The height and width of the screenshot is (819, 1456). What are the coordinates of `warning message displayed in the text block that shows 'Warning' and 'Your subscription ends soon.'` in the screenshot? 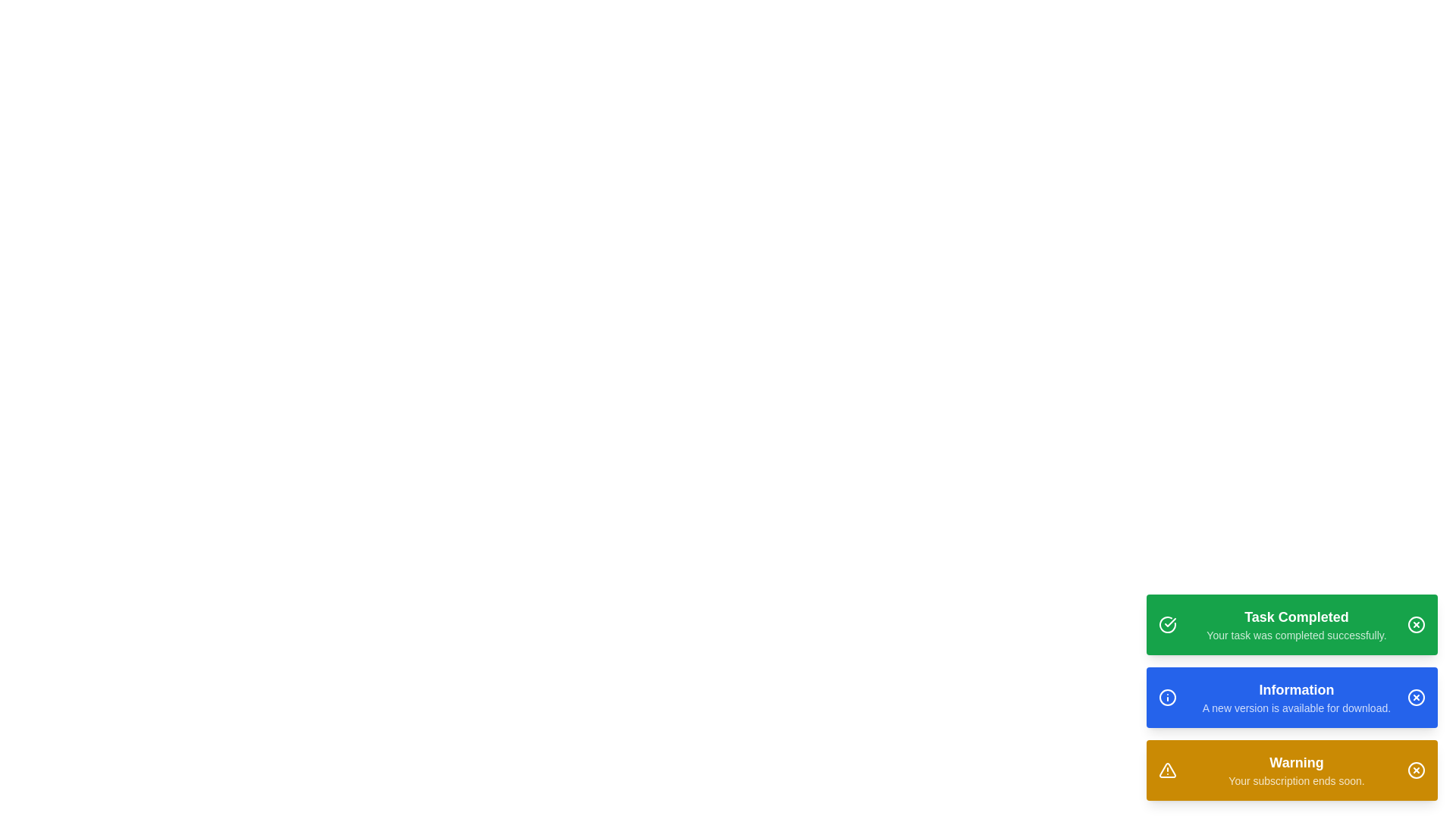 It's located at (1295, 770).